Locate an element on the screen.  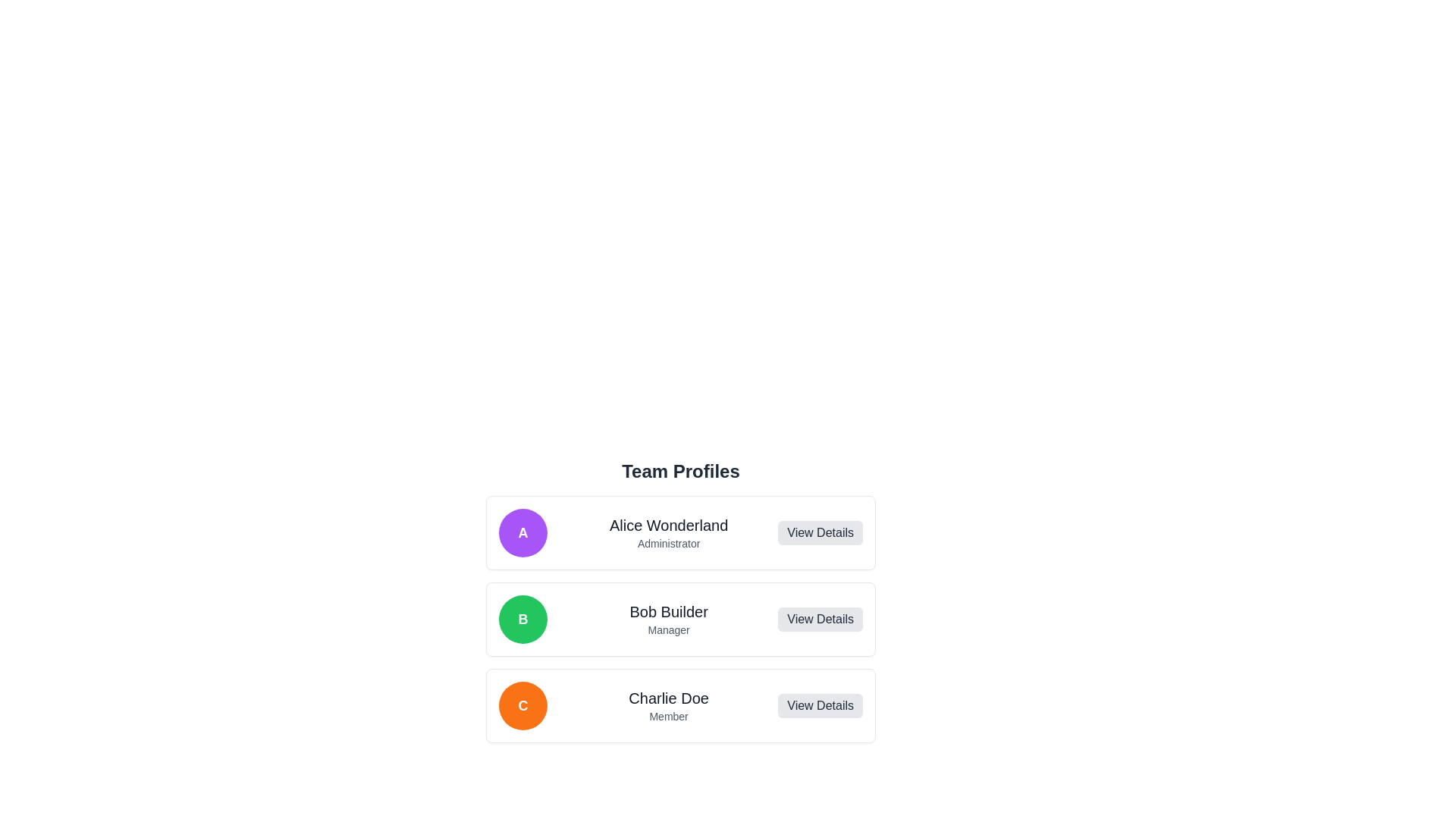
the text display element that shows 'Charlie Doe' and 'Member' in the Team Profiles section, located to the right of the circular orange avatar and to the left of the 'View Details' button is located at coordinates (668, 705).